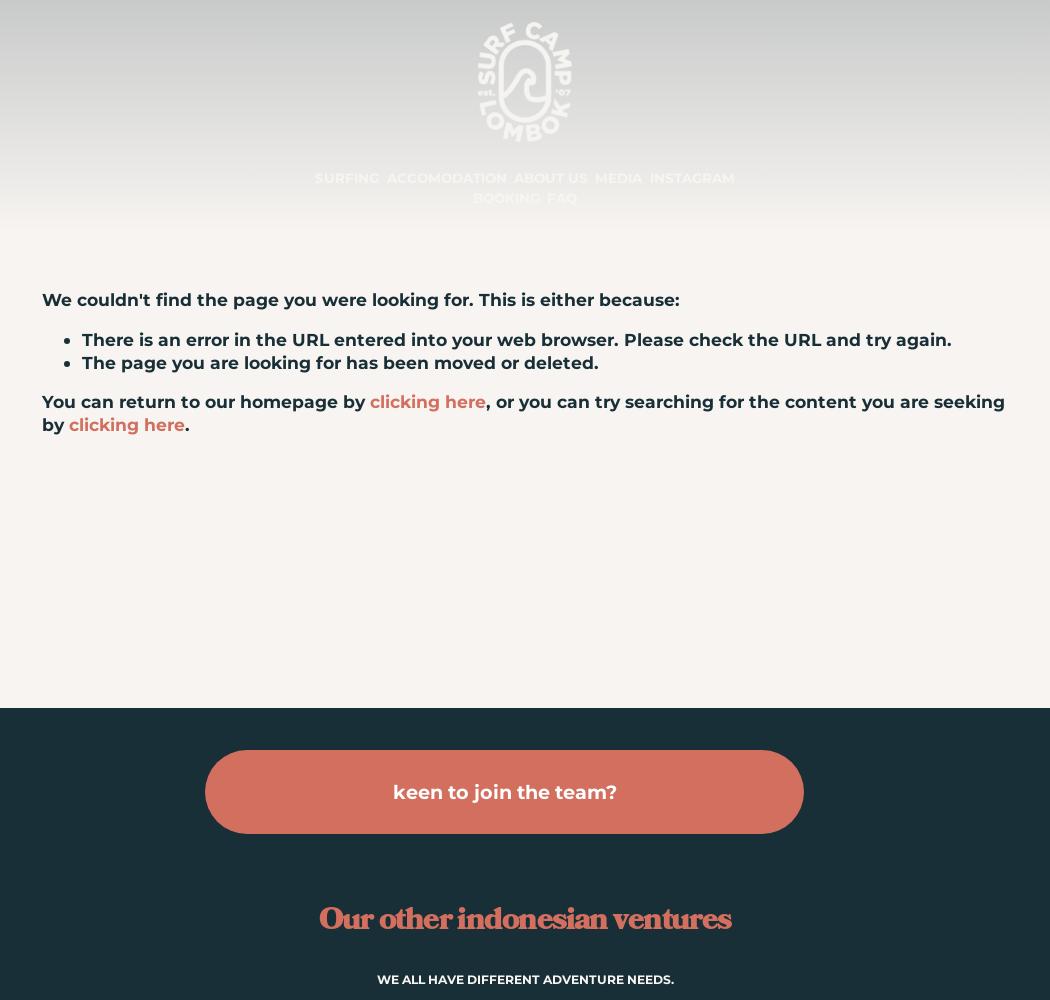 The image size is (1050, 1000). Describe the element at coordinates (618, 178) in the screenshot. I see `'MEDIA'` at that location.